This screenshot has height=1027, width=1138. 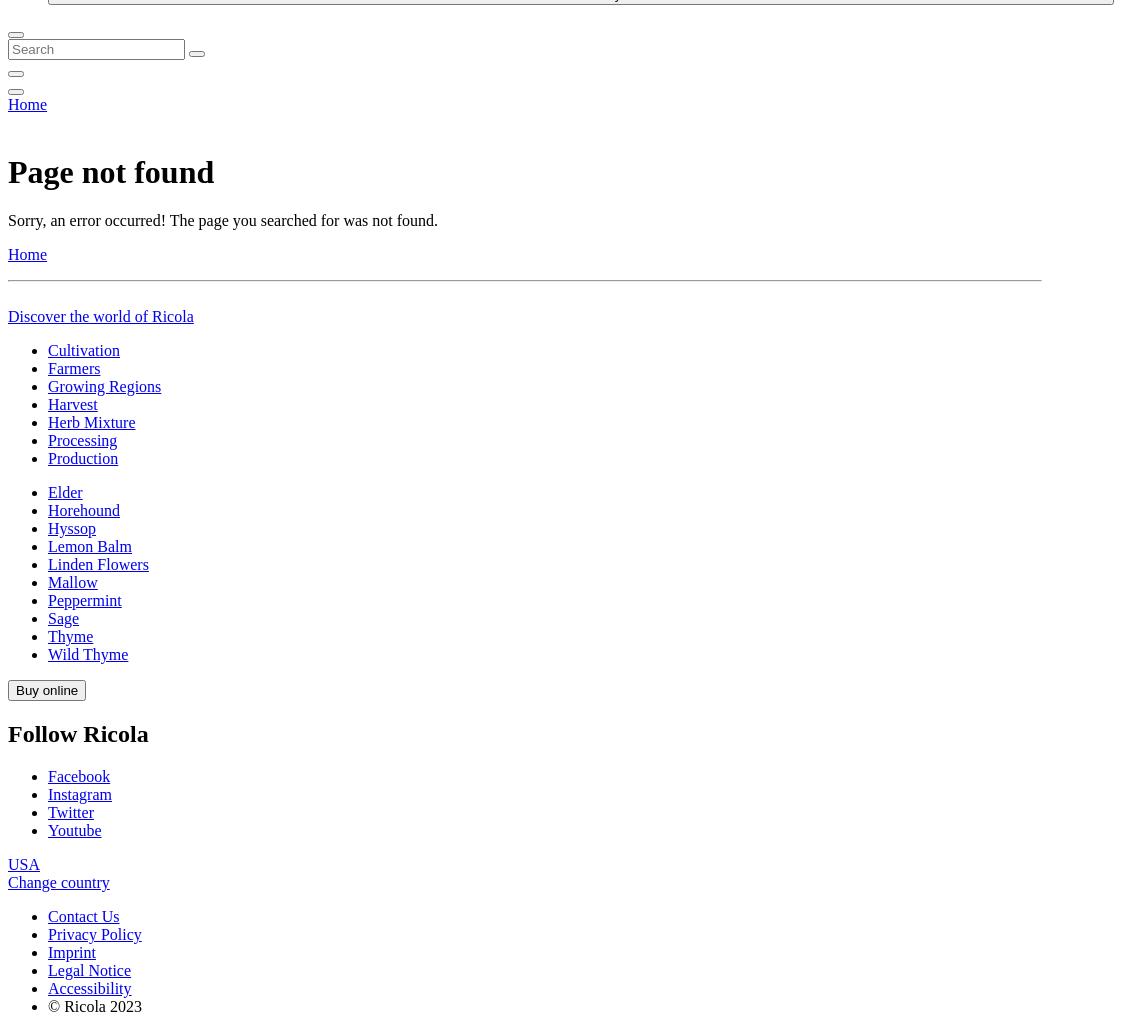 I want to click on 'Sorry, an error occurred! The page you searched for was not found.', so click(x=7, y=796).